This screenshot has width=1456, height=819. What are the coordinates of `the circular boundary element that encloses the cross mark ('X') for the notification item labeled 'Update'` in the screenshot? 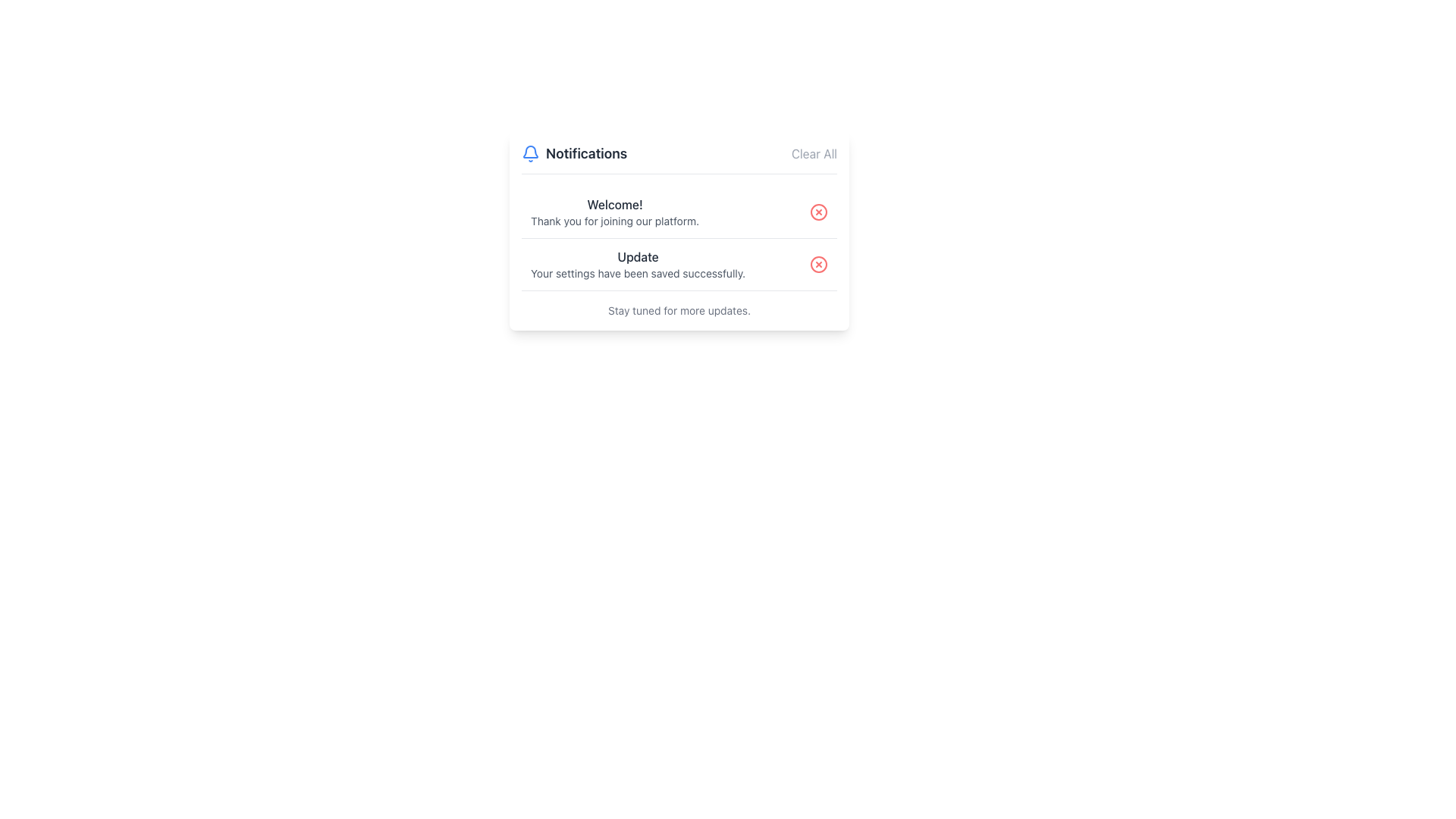 It's located at (818, 263).